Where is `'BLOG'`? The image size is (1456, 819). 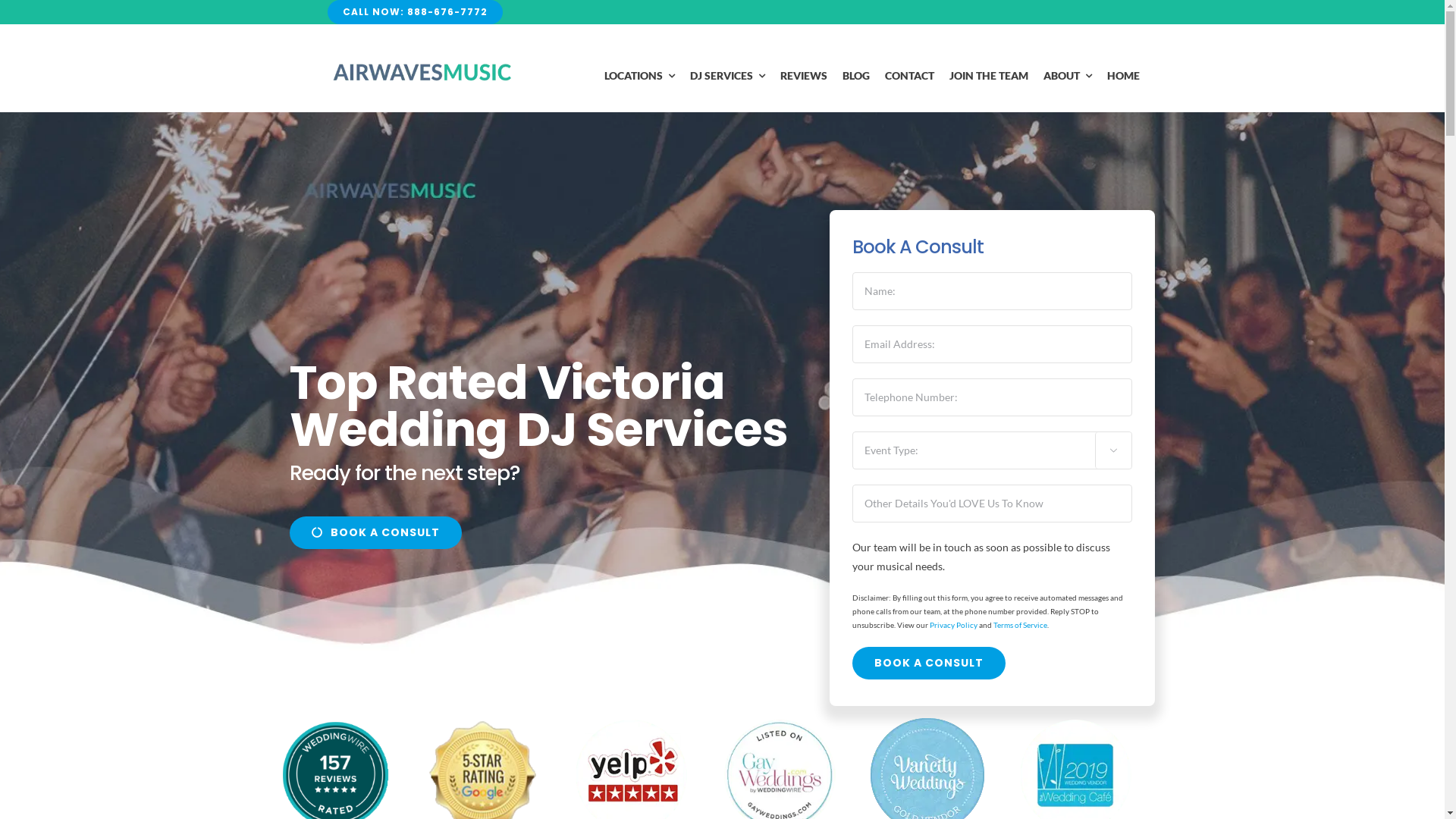
'BLOG' is located at coordinates (855, 76).